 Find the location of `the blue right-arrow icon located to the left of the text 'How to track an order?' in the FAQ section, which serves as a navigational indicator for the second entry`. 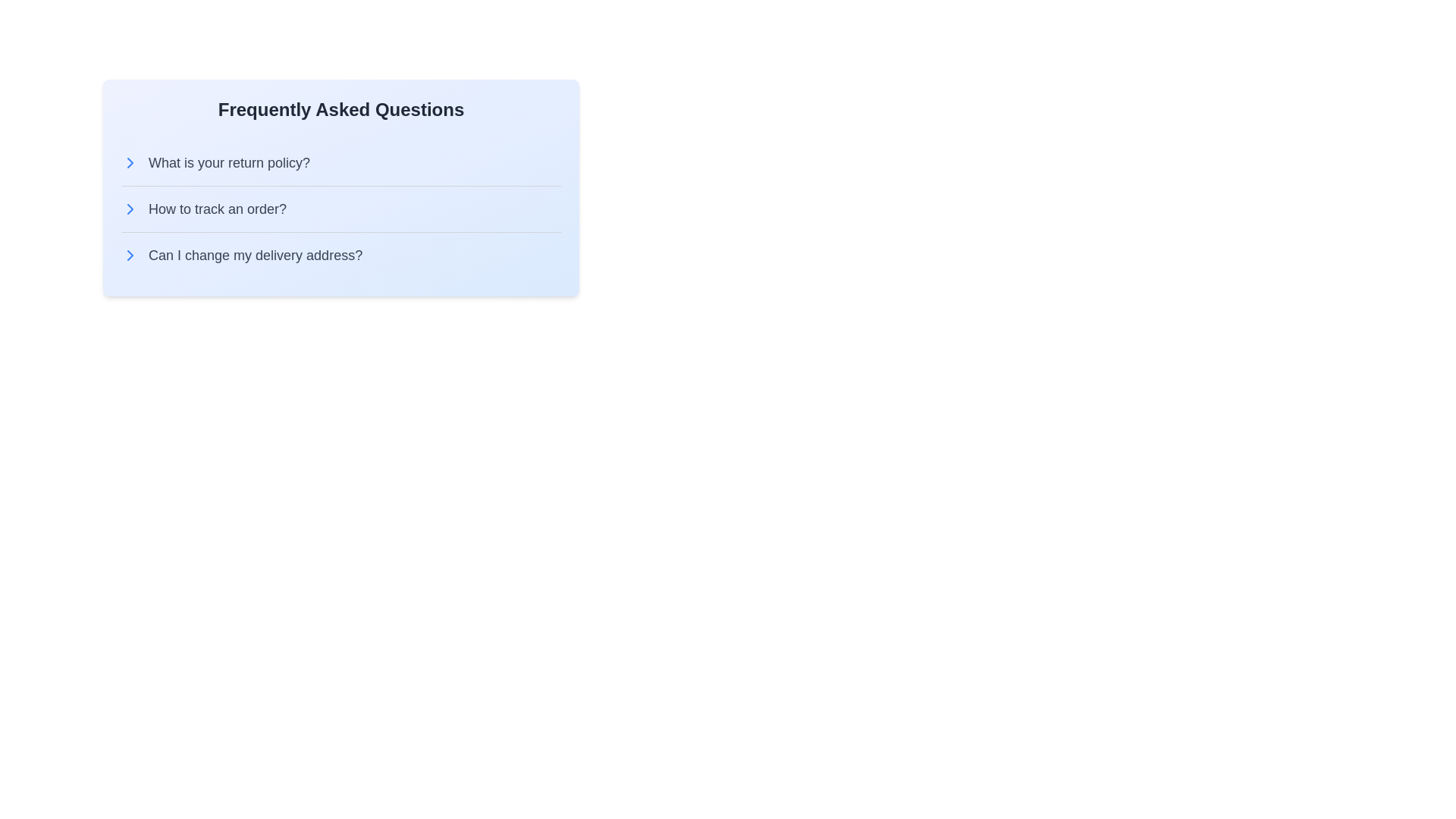

the blue right-arrow icon located to the left of the text 'How to track an order?' in the FAQ section, which serves as a navigational indicator for the second entry is located at coordinates (130, 209).